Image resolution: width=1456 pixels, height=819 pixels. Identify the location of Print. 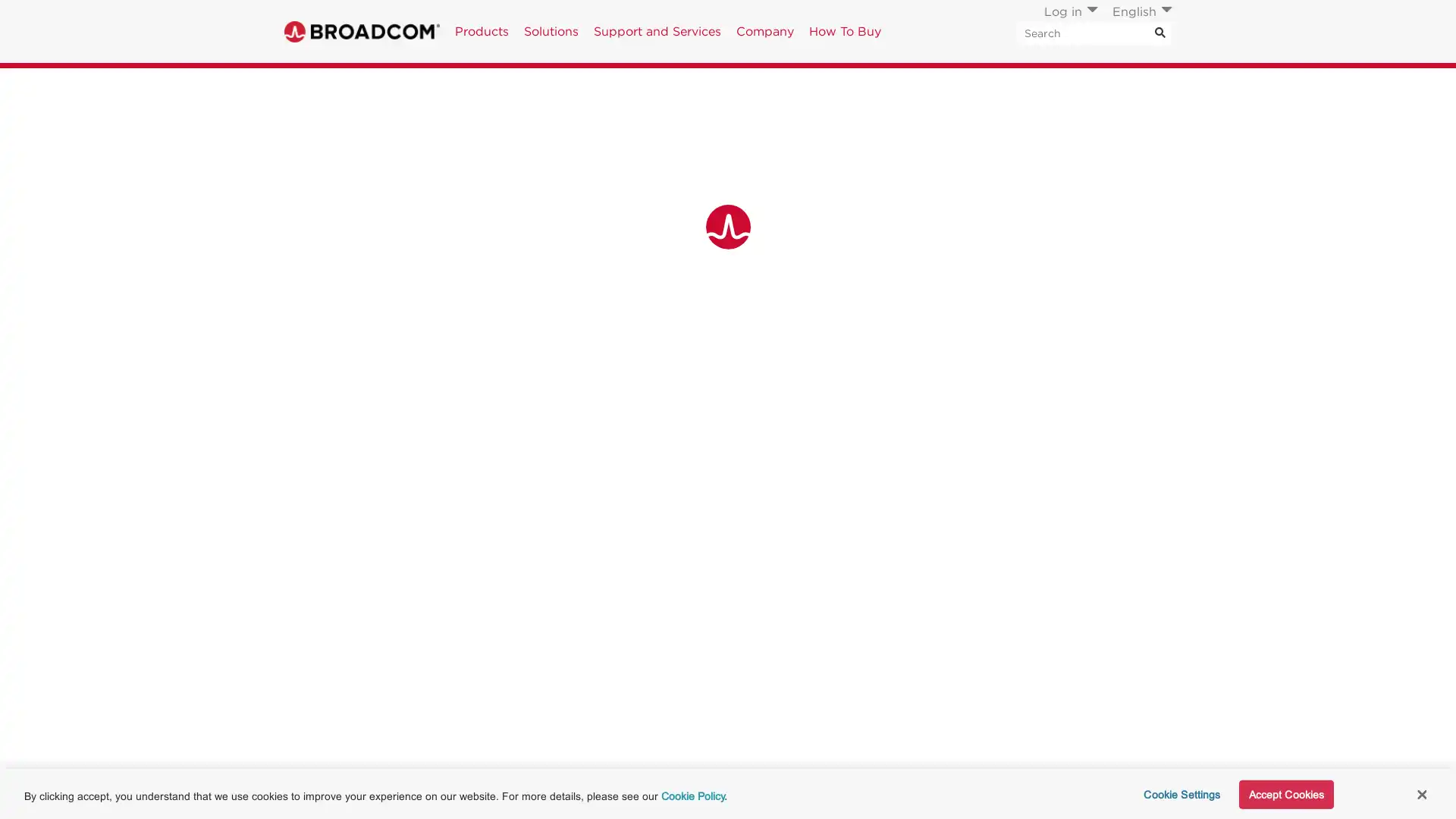
(1065, 85).